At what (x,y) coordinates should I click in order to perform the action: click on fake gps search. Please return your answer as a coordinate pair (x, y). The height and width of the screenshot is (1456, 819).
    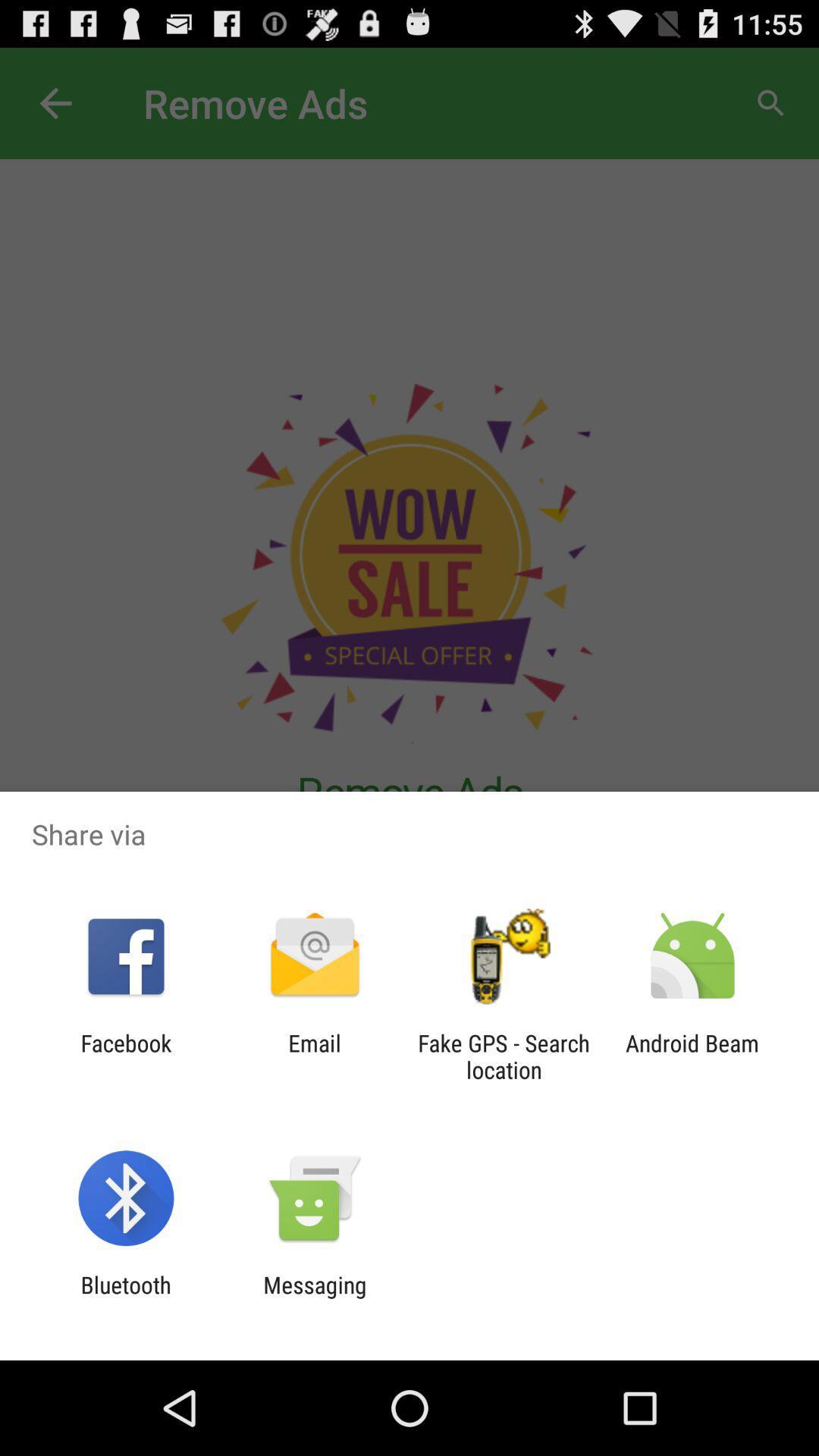
    Looking at the image, I should click on (504, 1056).